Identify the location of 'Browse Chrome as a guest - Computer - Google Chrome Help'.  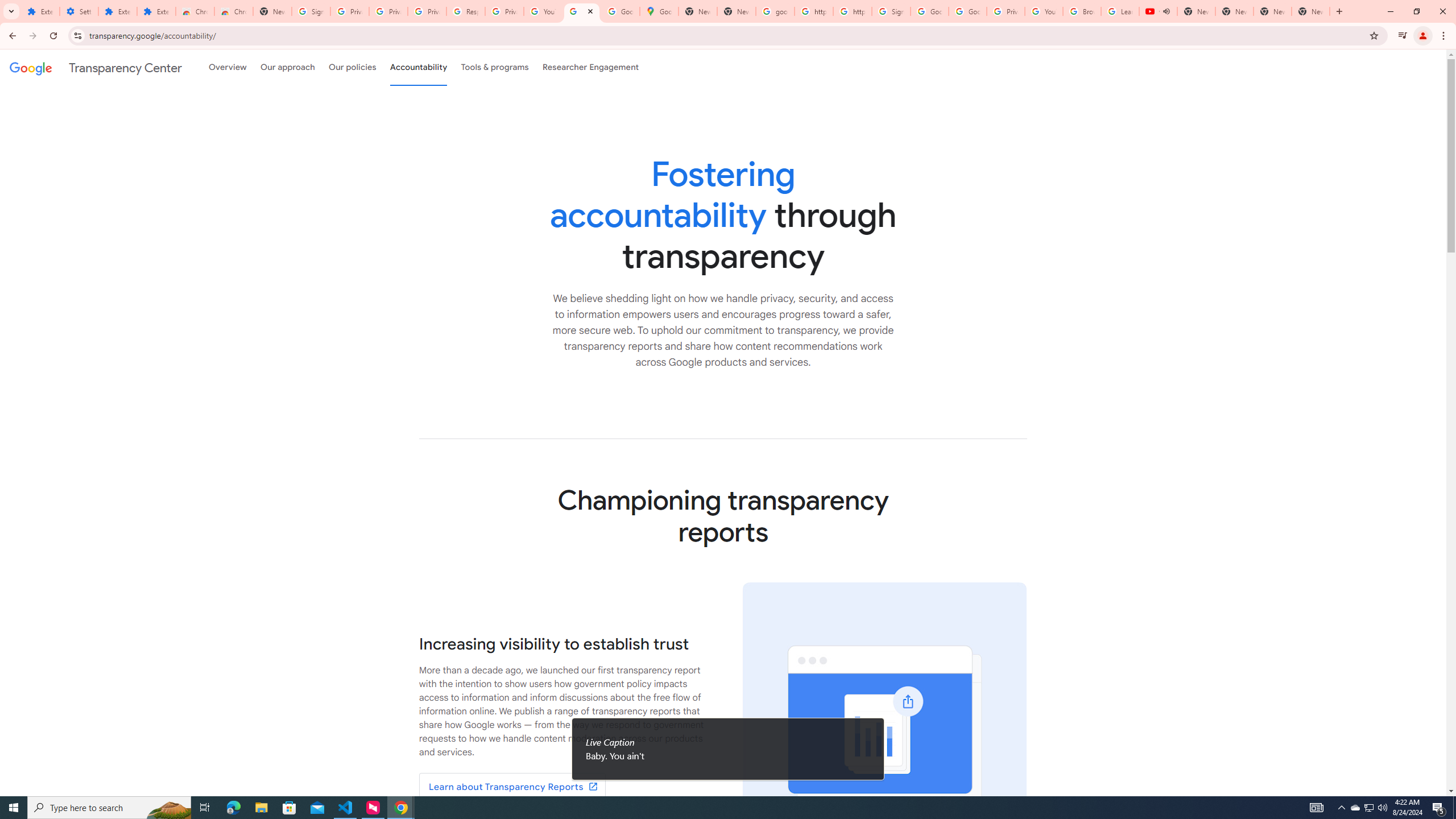
(1082, 11).